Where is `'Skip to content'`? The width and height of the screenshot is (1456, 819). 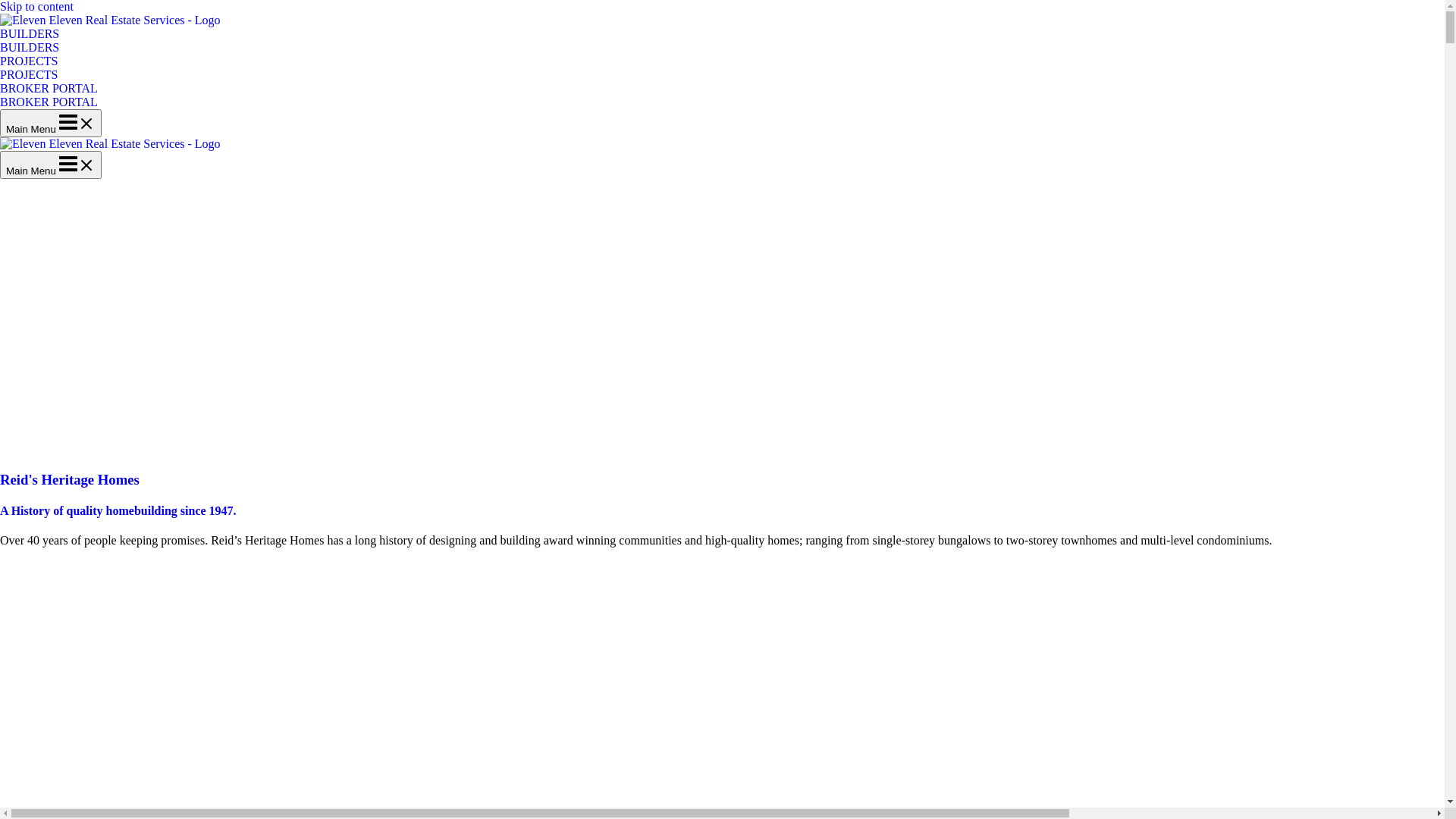
'Skip to content' is located at coordinates (0, 6).